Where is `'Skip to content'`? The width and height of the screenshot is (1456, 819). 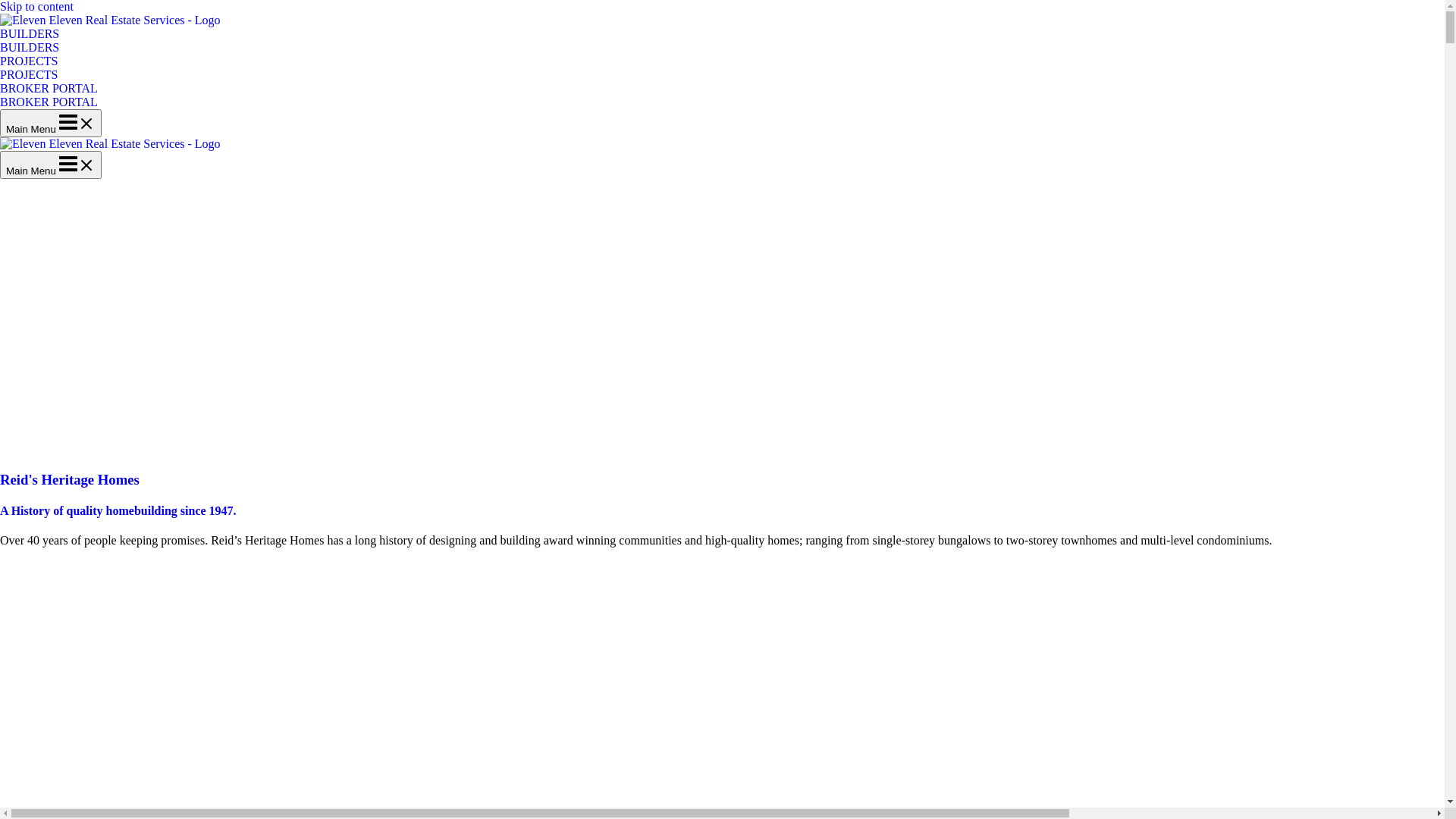
'Skip to content' is located at coordinates (0, 6).